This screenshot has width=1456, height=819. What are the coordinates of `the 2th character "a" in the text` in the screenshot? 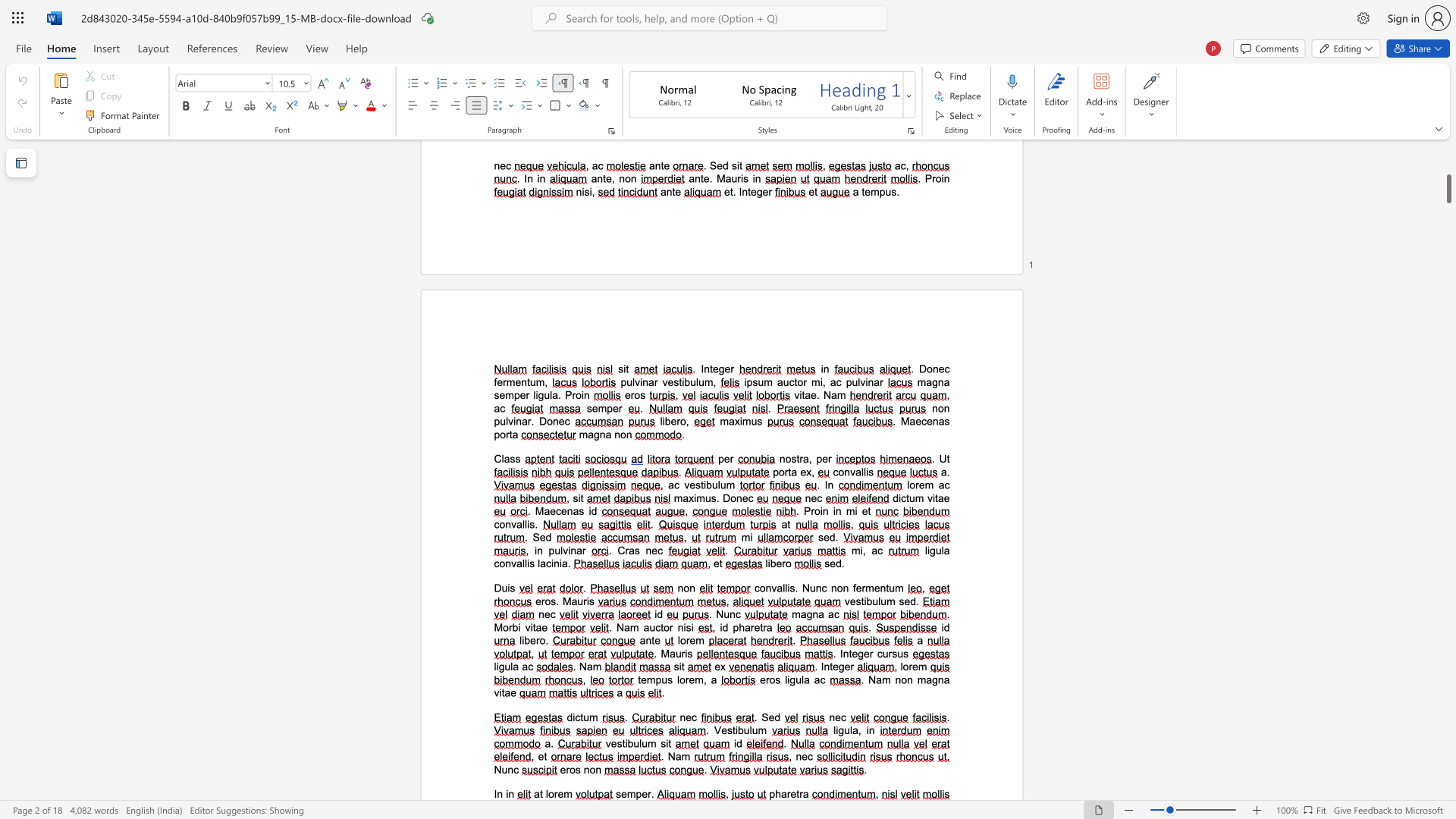 It's located at (805, 793).